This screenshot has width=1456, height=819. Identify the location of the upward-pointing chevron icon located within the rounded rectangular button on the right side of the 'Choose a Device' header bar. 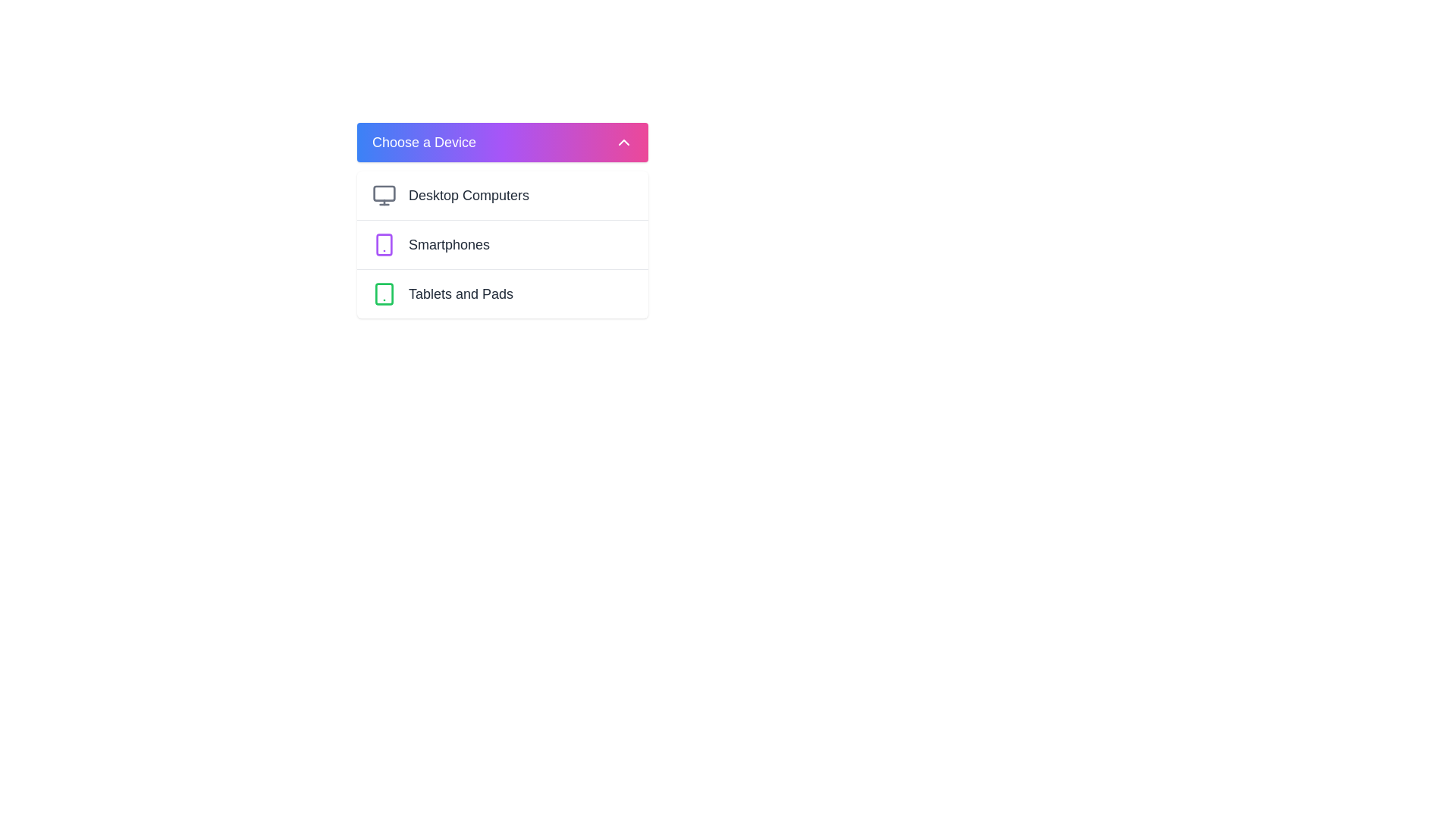
(623, 143).